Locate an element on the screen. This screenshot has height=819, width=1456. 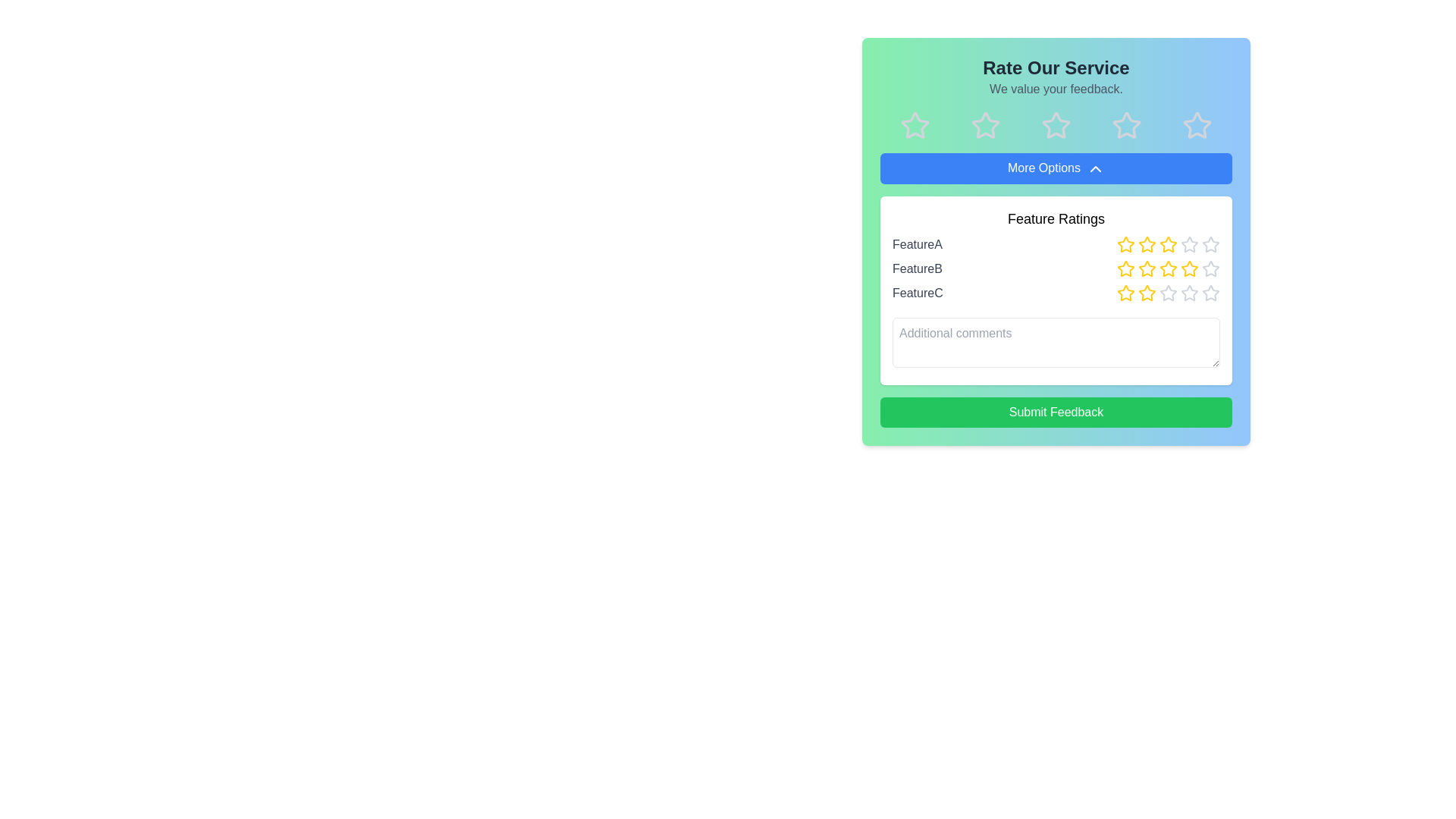
the fourth star in the third row of the rating system under 'FeatureB' is located at coordinates (1189, 268).